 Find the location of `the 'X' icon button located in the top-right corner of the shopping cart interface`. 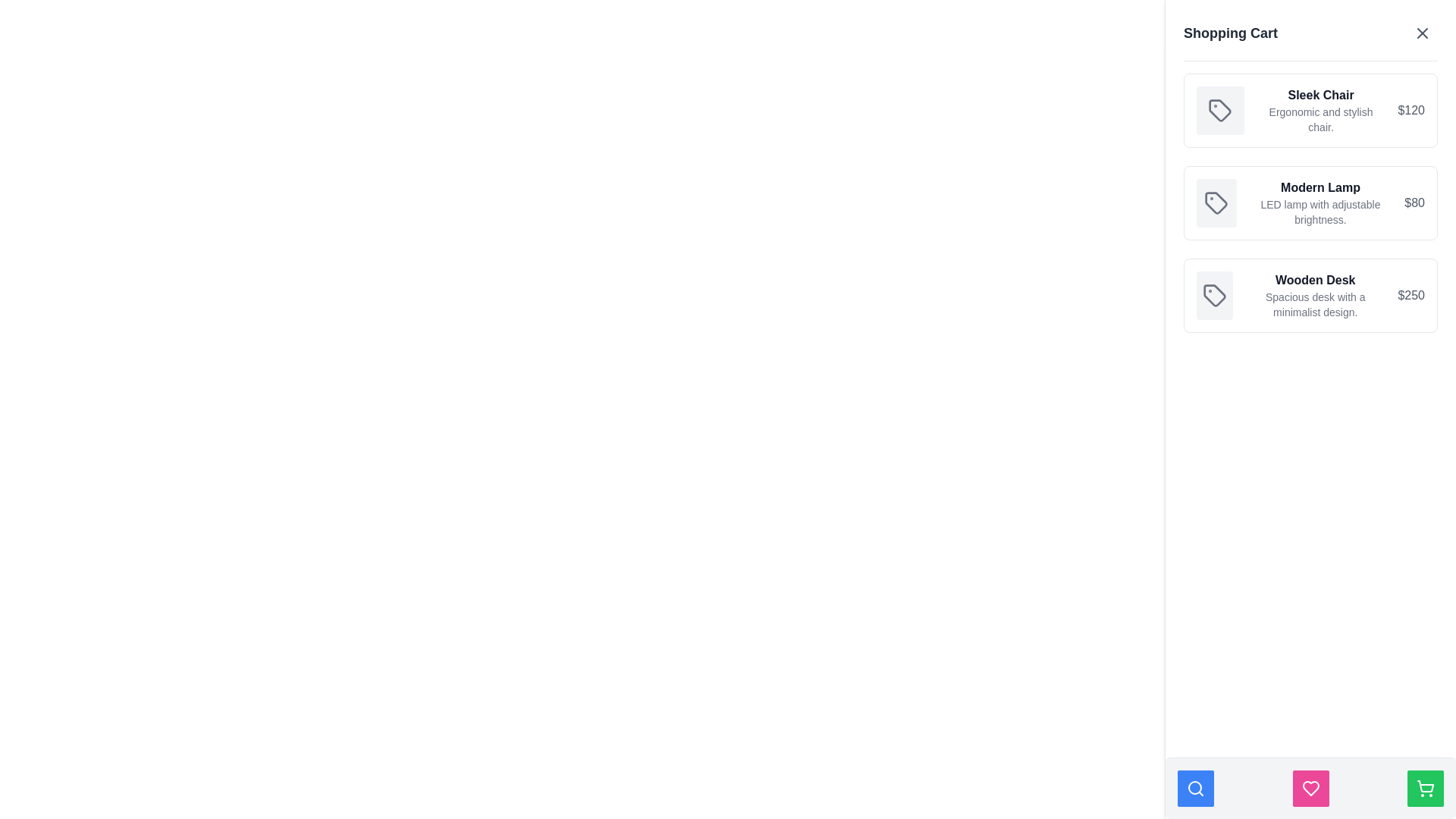

the 'X' icon button located in the top-right corner of the shopping cart interface is located at coordinates (1422, 33).